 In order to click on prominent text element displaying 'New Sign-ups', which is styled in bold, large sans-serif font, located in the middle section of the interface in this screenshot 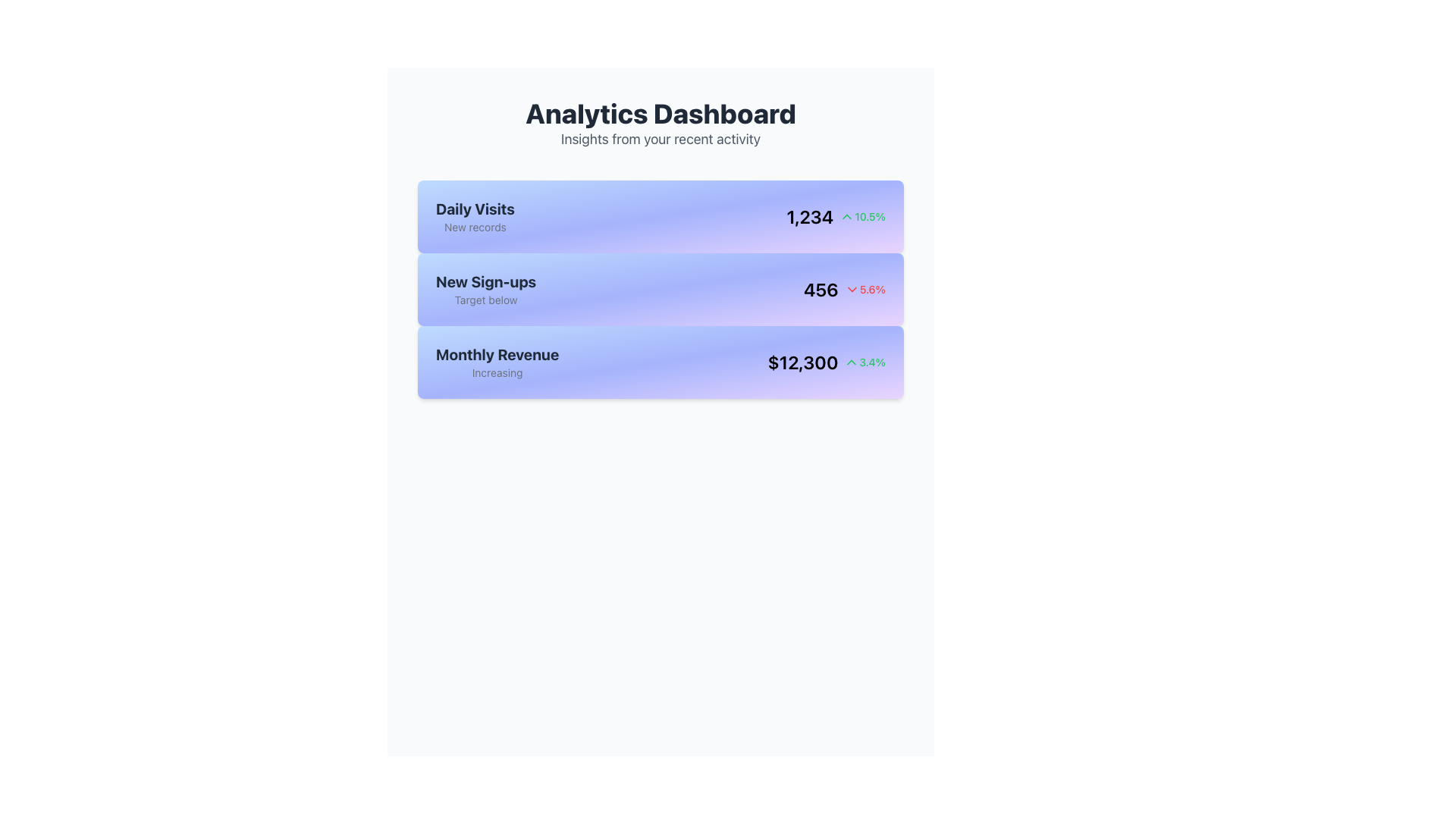, I will do `click(486, 281)`.